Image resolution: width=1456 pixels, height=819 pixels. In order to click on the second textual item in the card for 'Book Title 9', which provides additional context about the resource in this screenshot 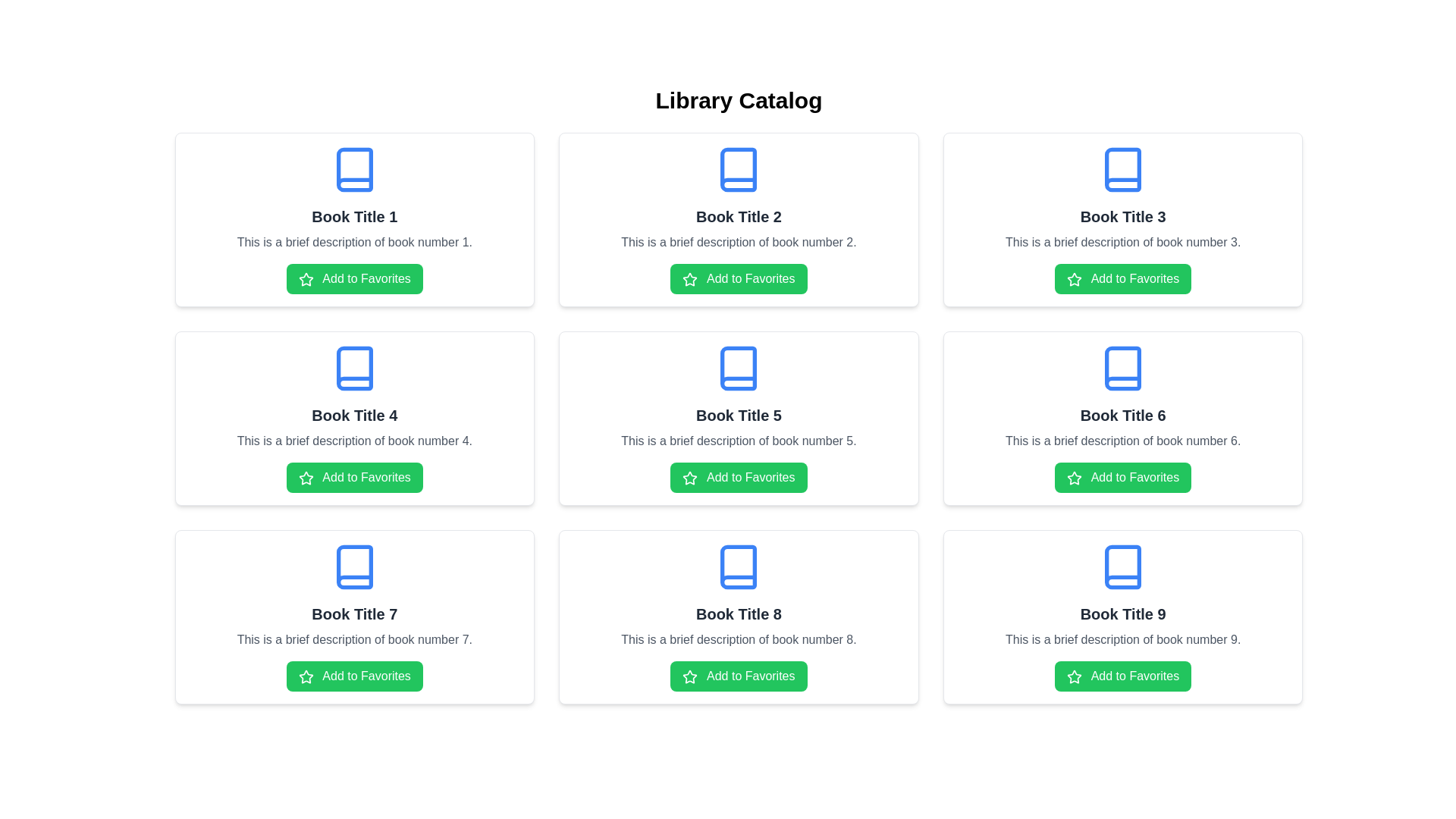, I will do `click(1123, 640)`.